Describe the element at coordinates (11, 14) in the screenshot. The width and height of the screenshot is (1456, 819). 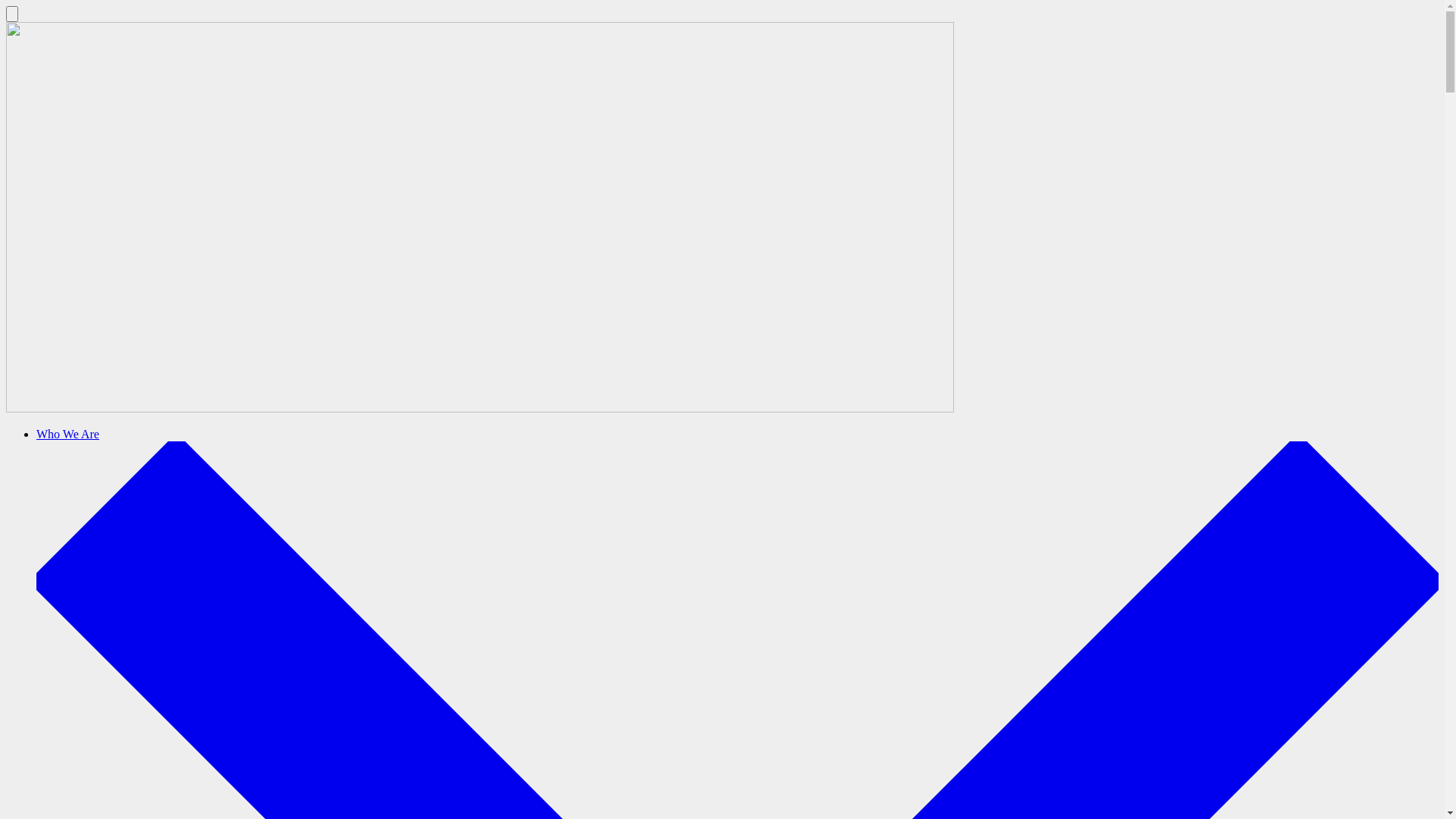
I see `'Search Toggle'` at that location.